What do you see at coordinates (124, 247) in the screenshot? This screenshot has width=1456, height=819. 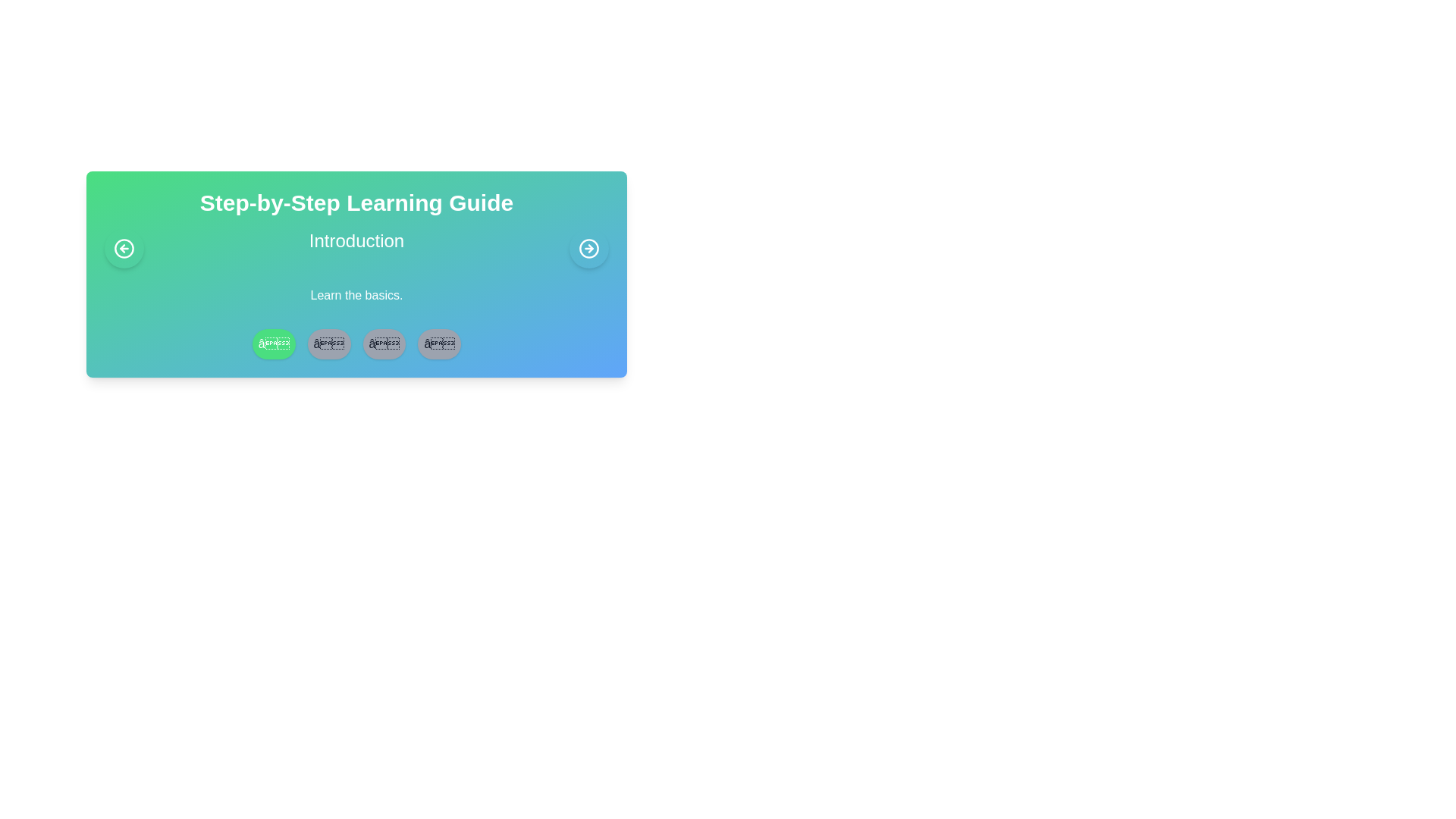 I see `the leftward arrow button located on the left side of the panel, adjacent to the text 'Introduction'` at bounding box center [124, 247].